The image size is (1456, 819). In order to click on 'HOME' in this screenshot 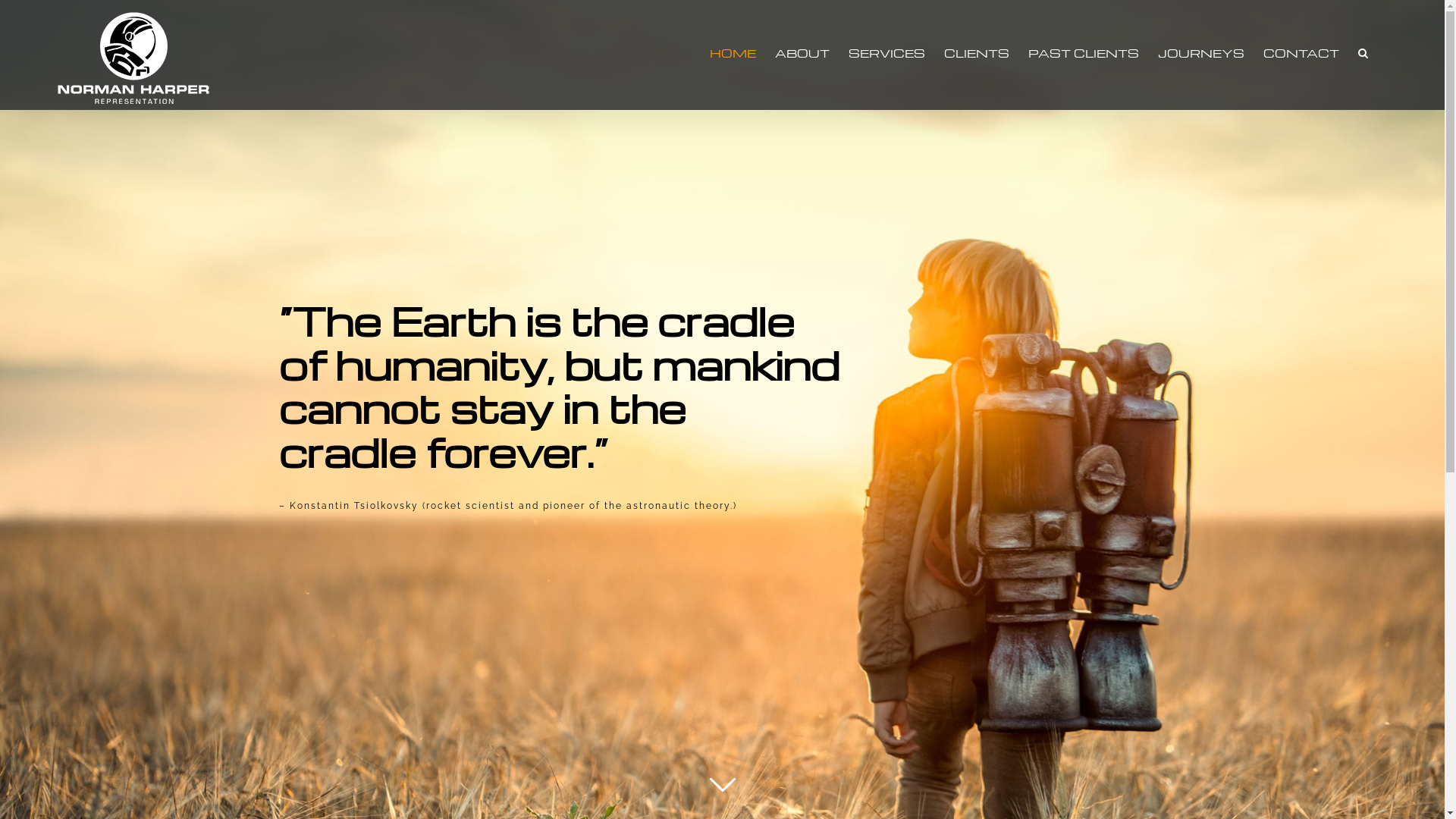, I will do `click(733, 52)`.